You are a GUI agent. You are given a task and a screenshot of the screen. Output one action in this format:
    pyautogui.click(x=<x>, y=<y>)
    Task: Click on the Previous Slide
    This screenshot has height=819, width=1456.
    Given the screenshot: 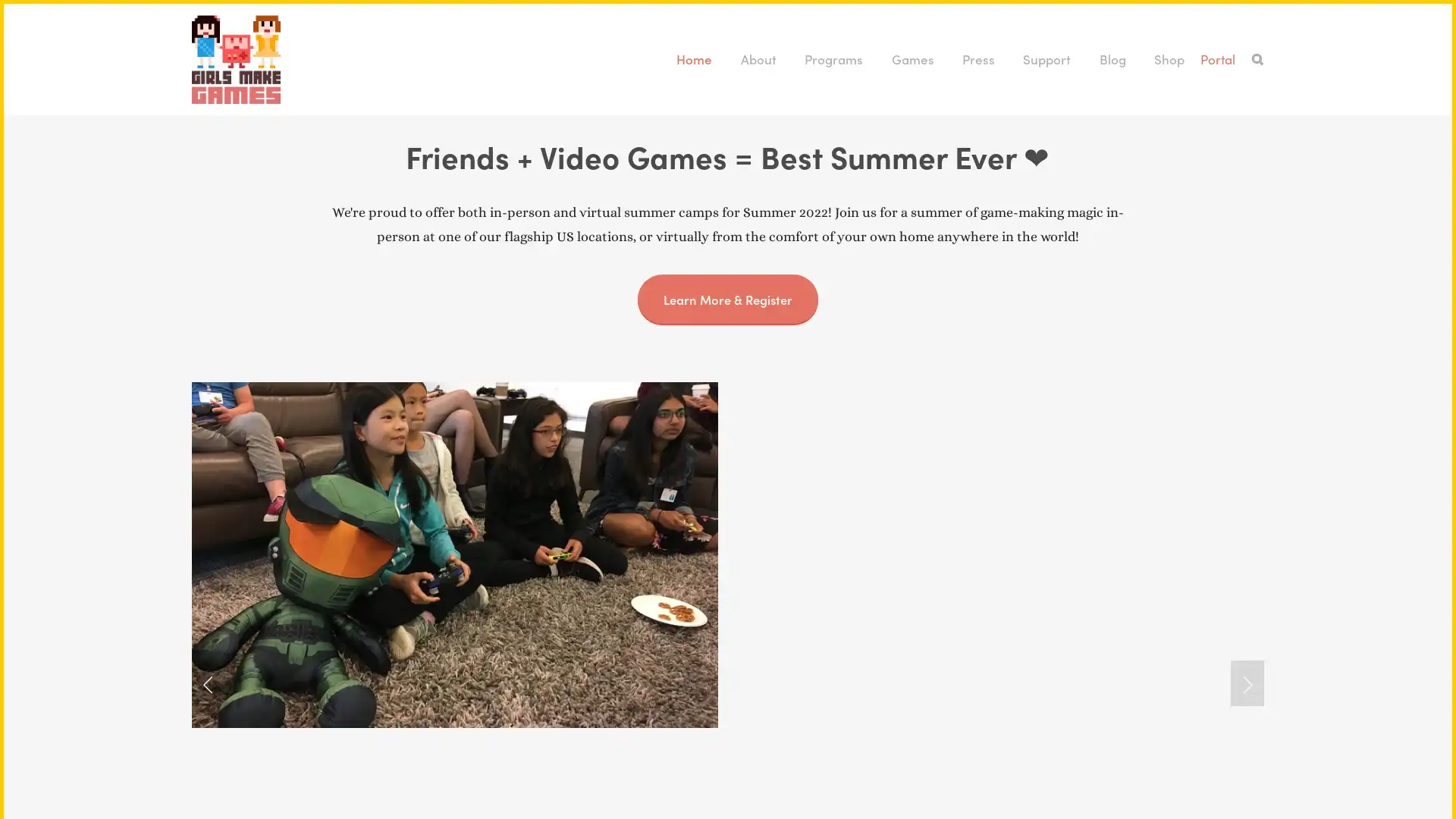 What is the action you would take?
    pyautogui.click(x=207, y=683)
    